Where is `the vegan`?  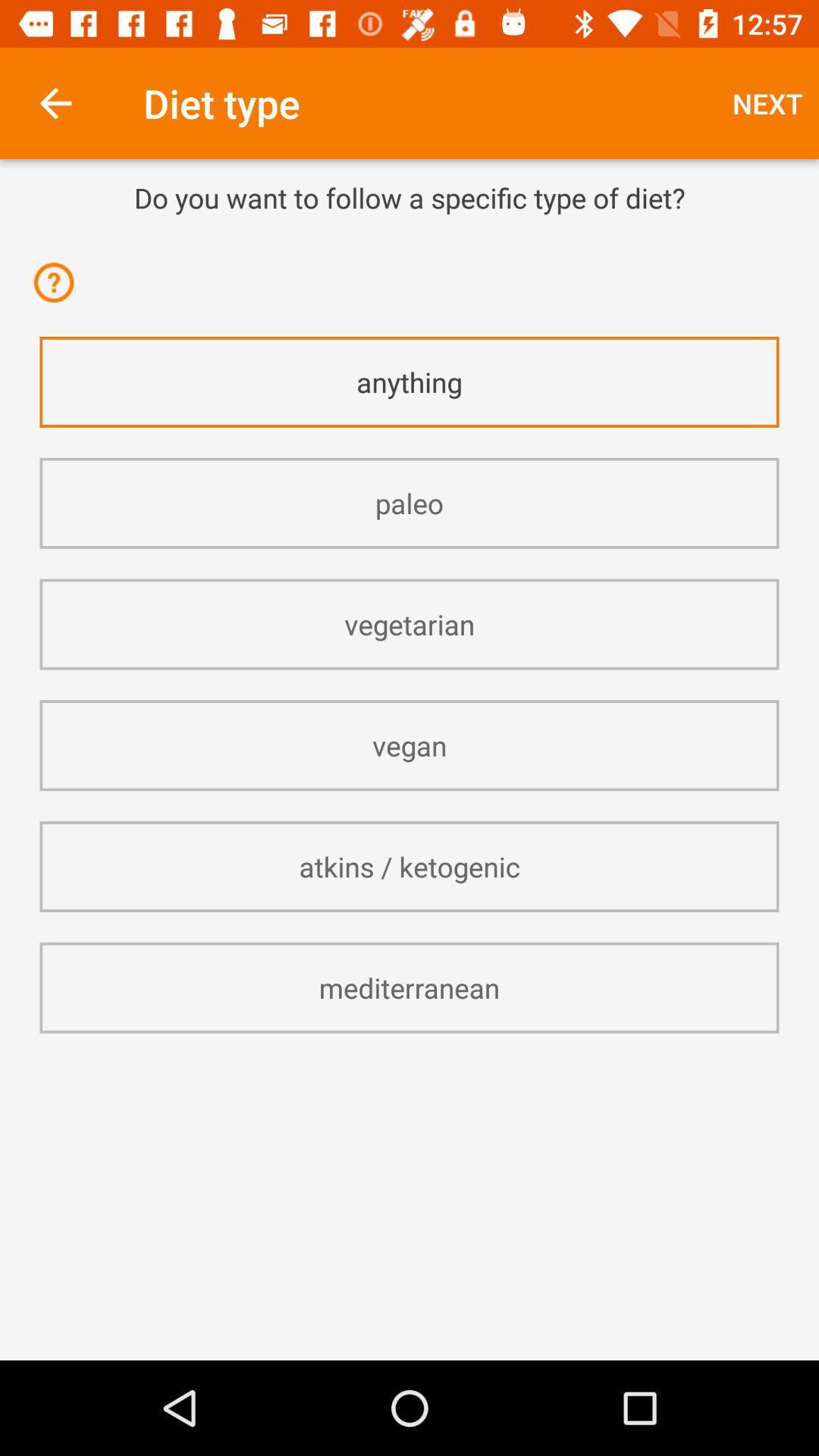 the vegan is located at coordinates (409, 745).